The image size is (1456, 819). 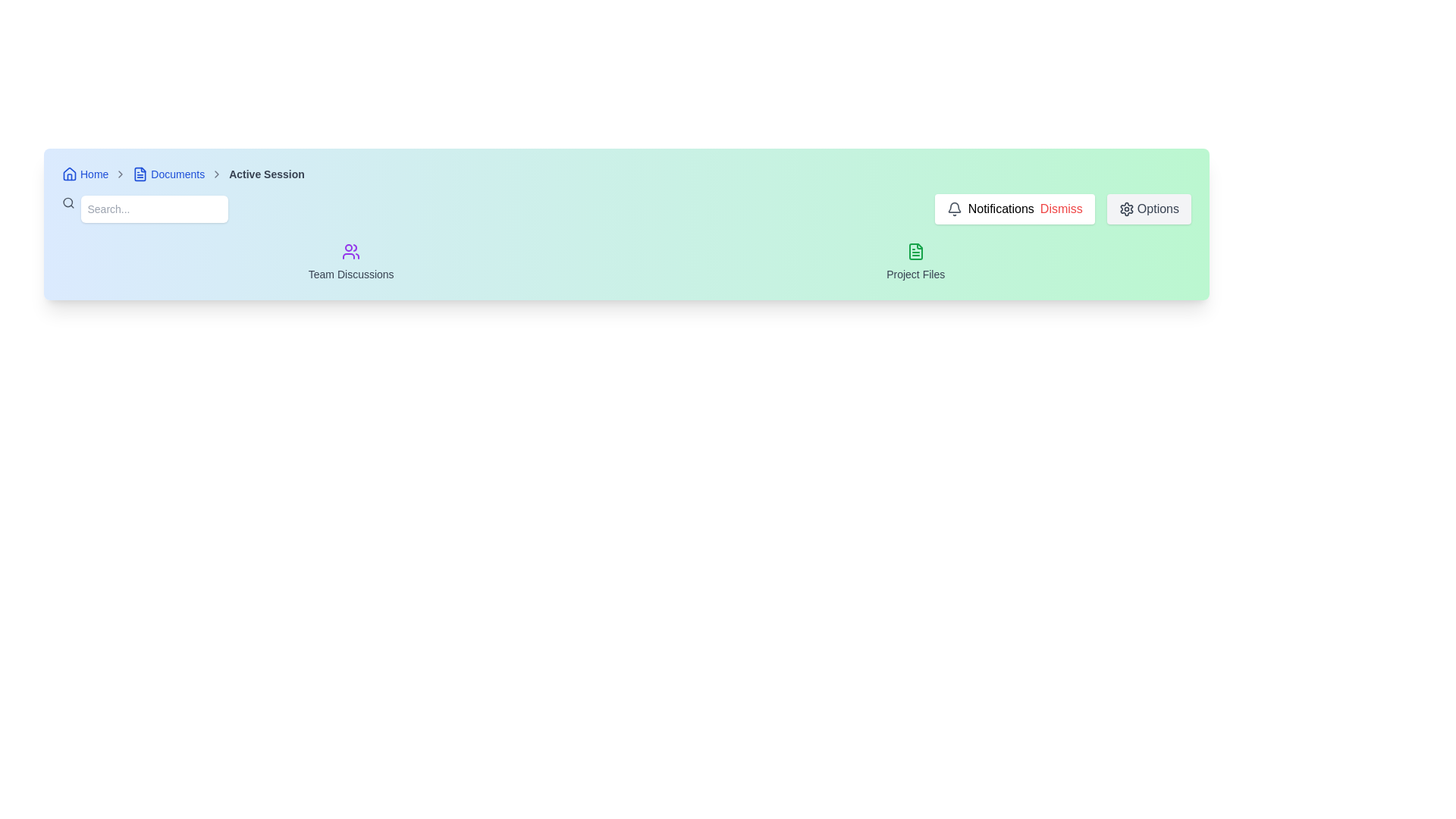 I want to click on the document file icon located in the breadcrumb menu, immediately to the left of the 'Documents' text link, so click(x=140, y=174).